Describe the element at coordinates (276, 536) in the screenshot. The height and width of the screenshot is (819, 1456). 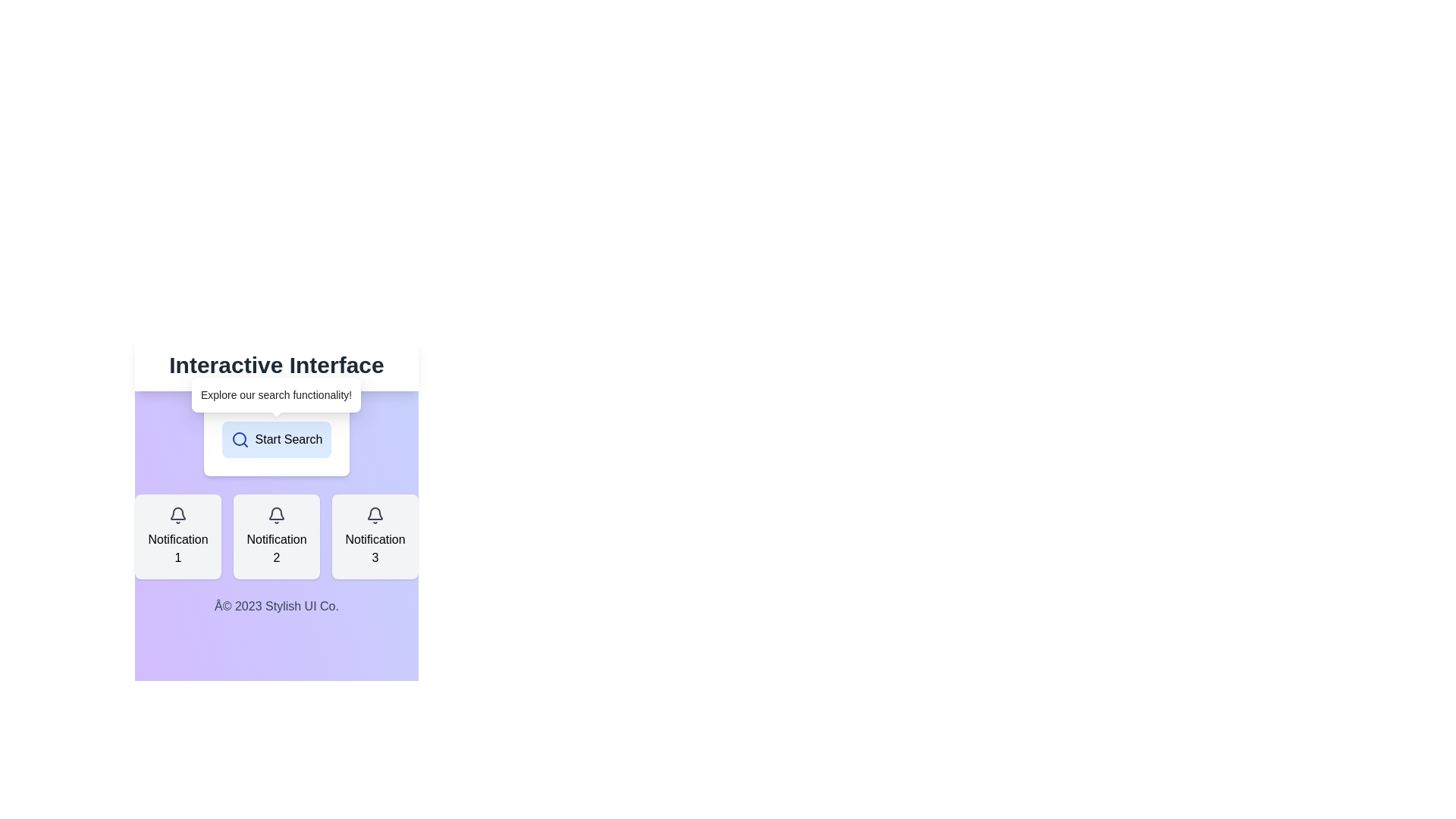
I see `the second notification card, which is styled with a rounded rectangle, contains a bell icon at the top center, and has the text 'Notification 2' below it` at that location.